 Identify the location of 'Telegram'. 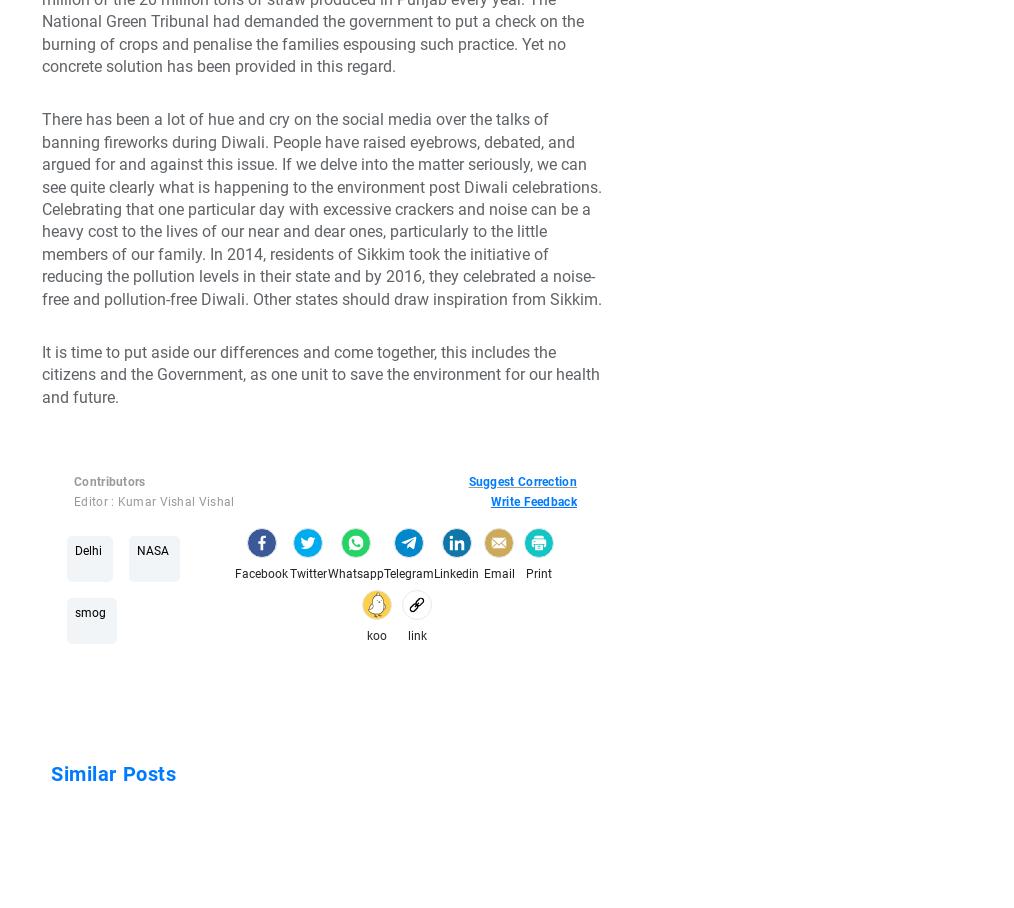
(408, 574).